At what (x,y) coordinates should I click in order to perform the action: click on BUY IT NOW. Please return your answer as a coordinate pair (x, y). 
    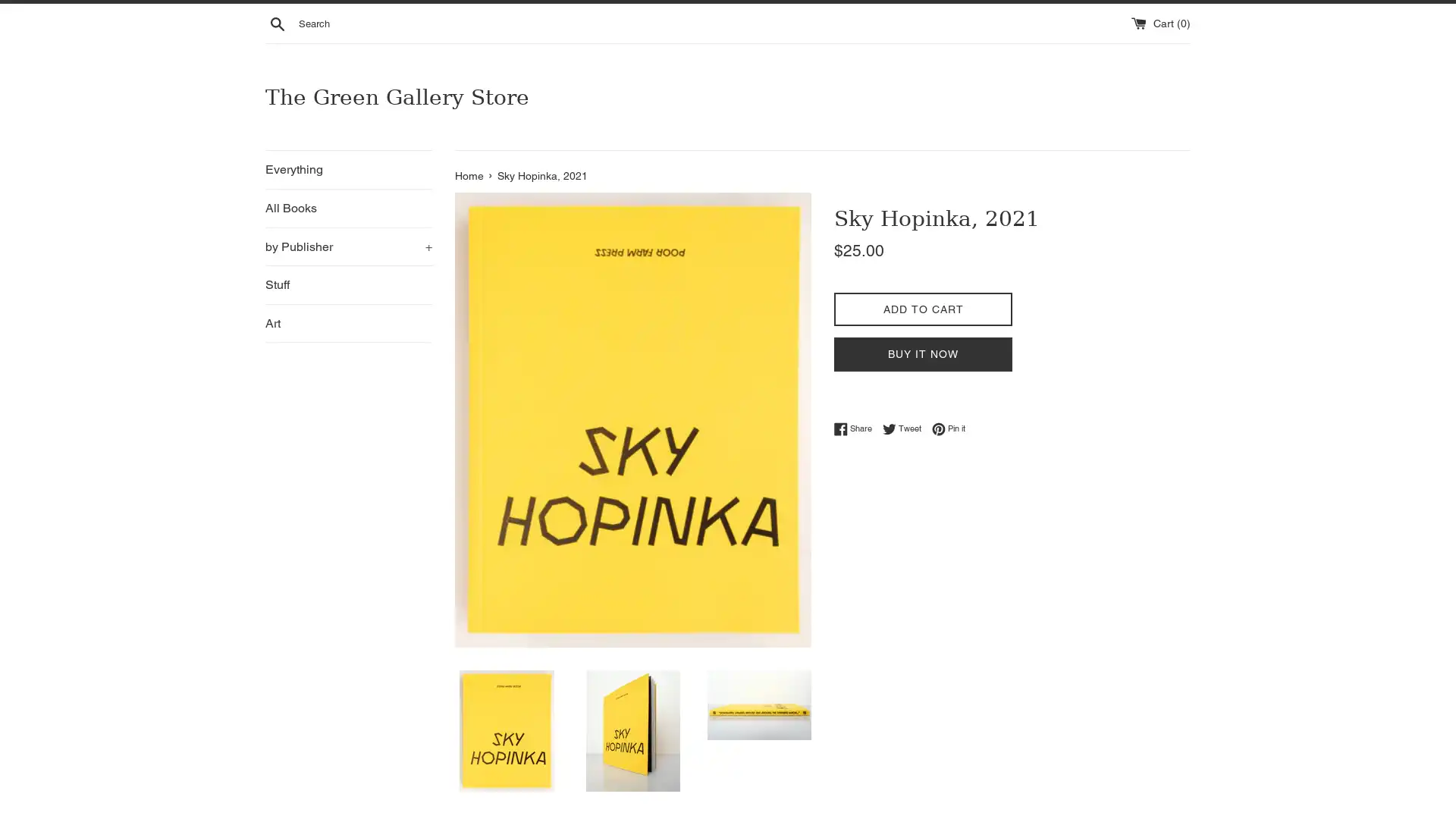
    Looking at the image, I should click on (922, 353).